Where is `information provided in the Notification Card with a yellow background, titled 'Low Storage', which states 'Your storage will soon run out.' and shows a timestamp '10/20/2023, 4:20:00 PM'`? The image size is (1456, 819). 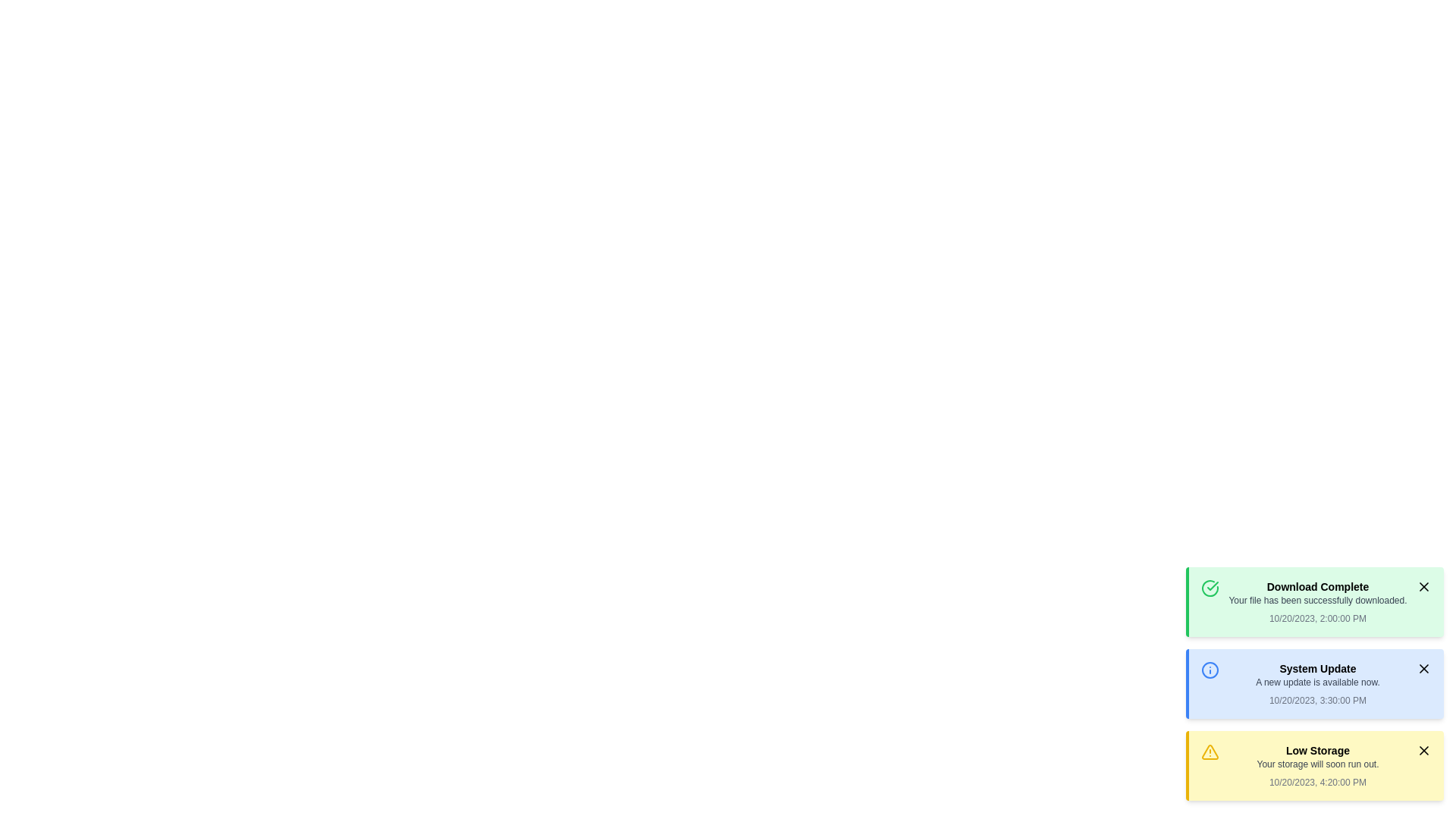 information provided in the Notification Card with a yellow background, titled 'Low Storage', which states 'Your storage will soon run out.' and shows a timestamp '10/20/2023, 4:20:00 PM' is located at coordinates (1316, 766).